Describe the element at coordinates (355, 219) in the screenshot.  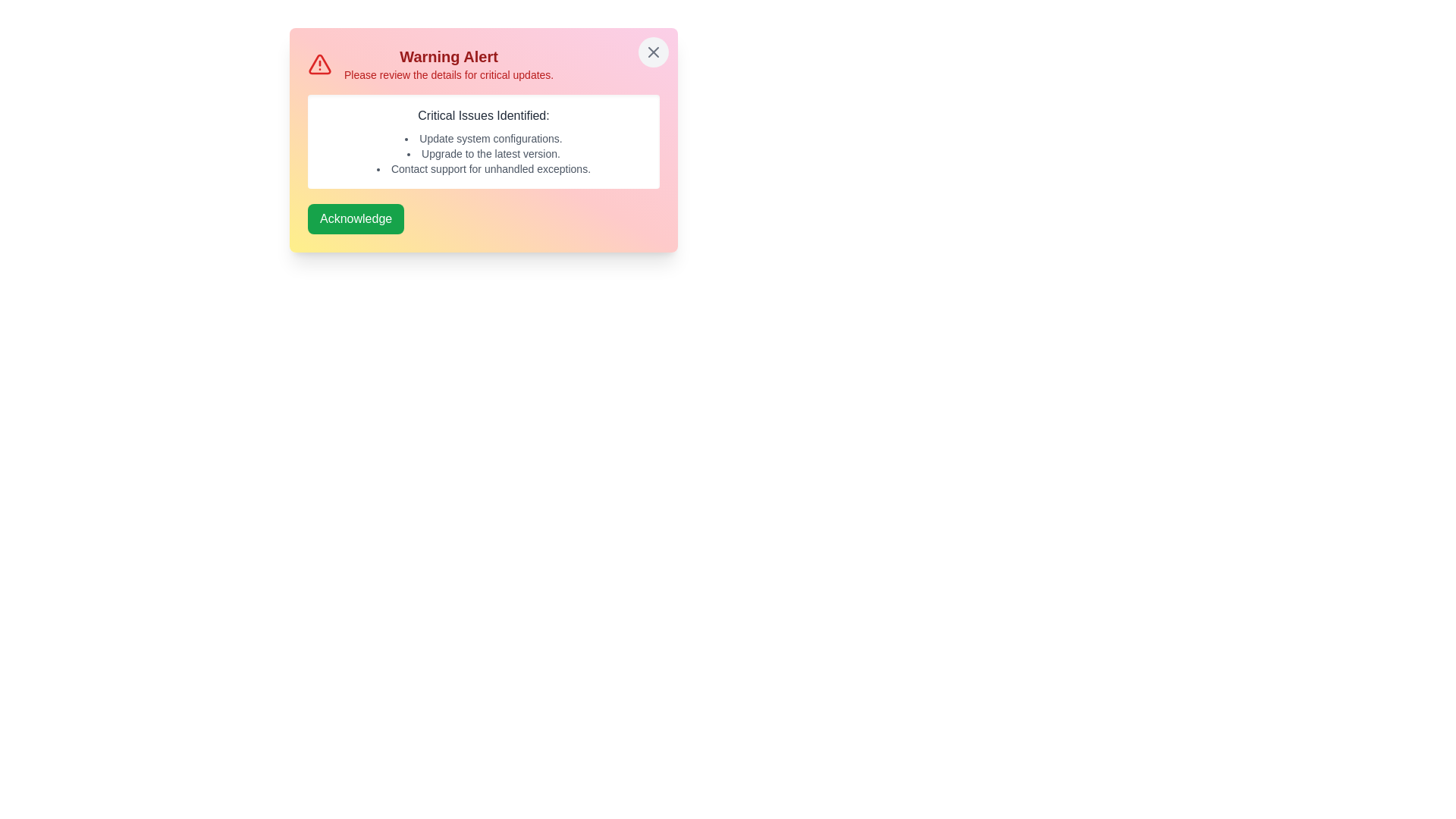
I see `the 'Acknowledge' button to acknowledge the alert` at that location.